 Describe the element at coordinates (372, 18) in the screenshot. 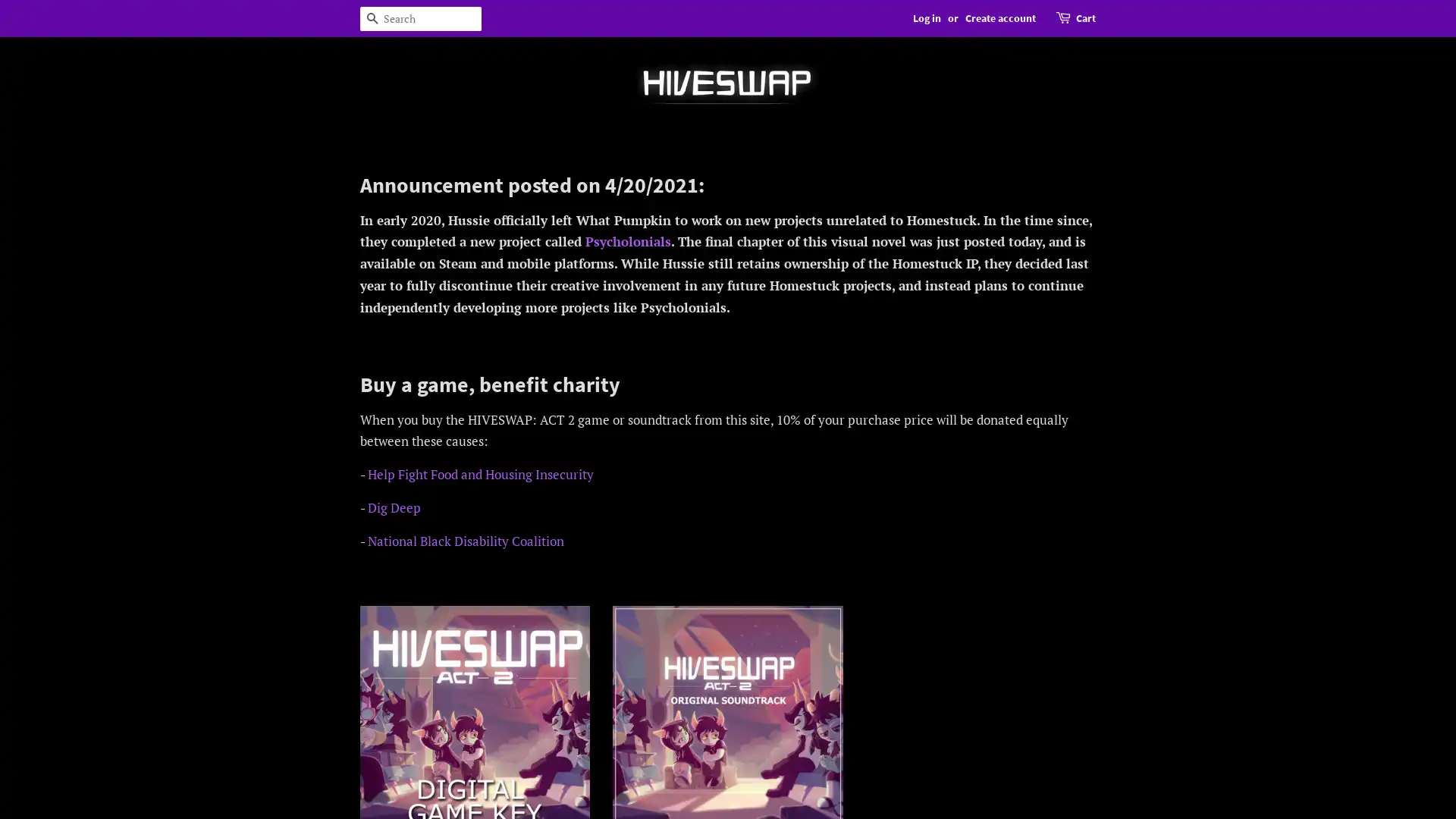

I see `Search` at that location.